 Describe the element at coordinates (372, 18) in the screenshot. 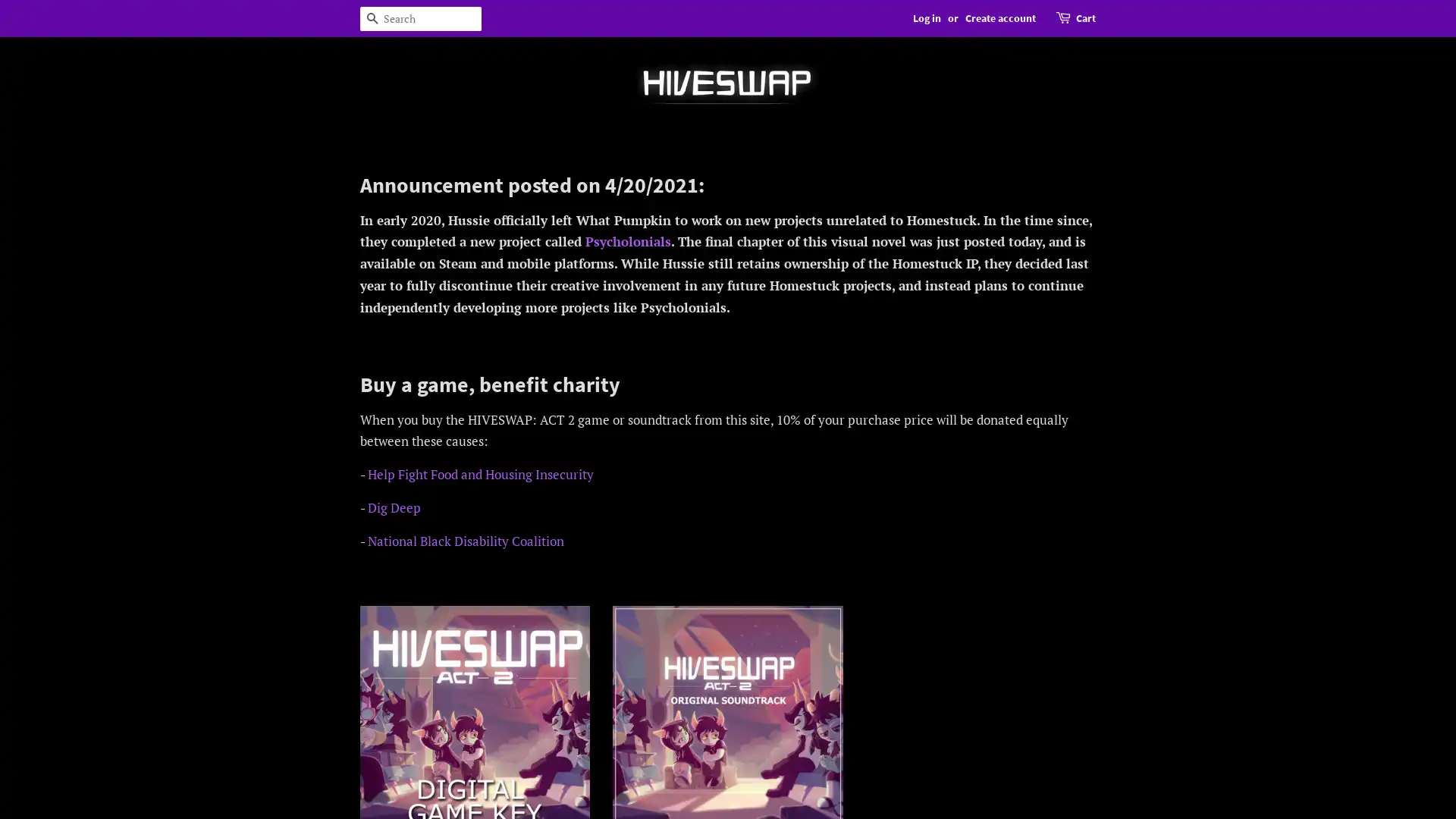

I see `Search` at that location.